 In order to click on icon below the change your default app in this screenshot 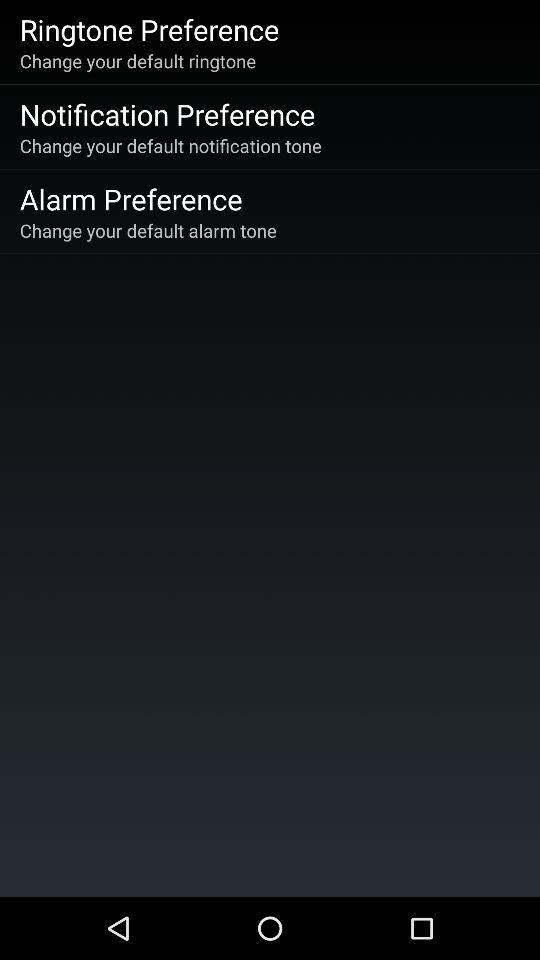, I will do `click(131, 198)`.